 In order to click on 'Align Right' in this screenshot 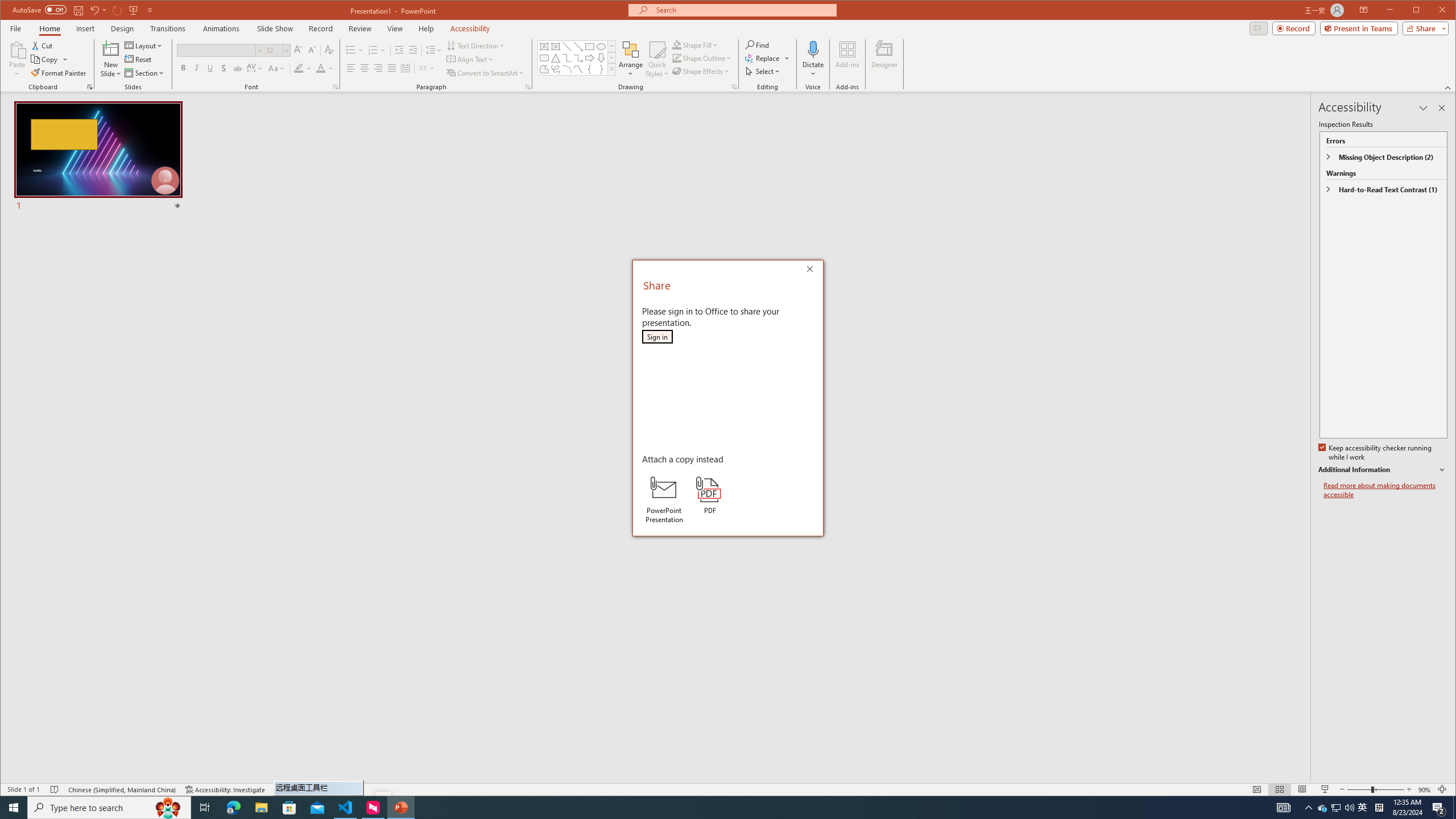, I will do `click(378, 68)`.